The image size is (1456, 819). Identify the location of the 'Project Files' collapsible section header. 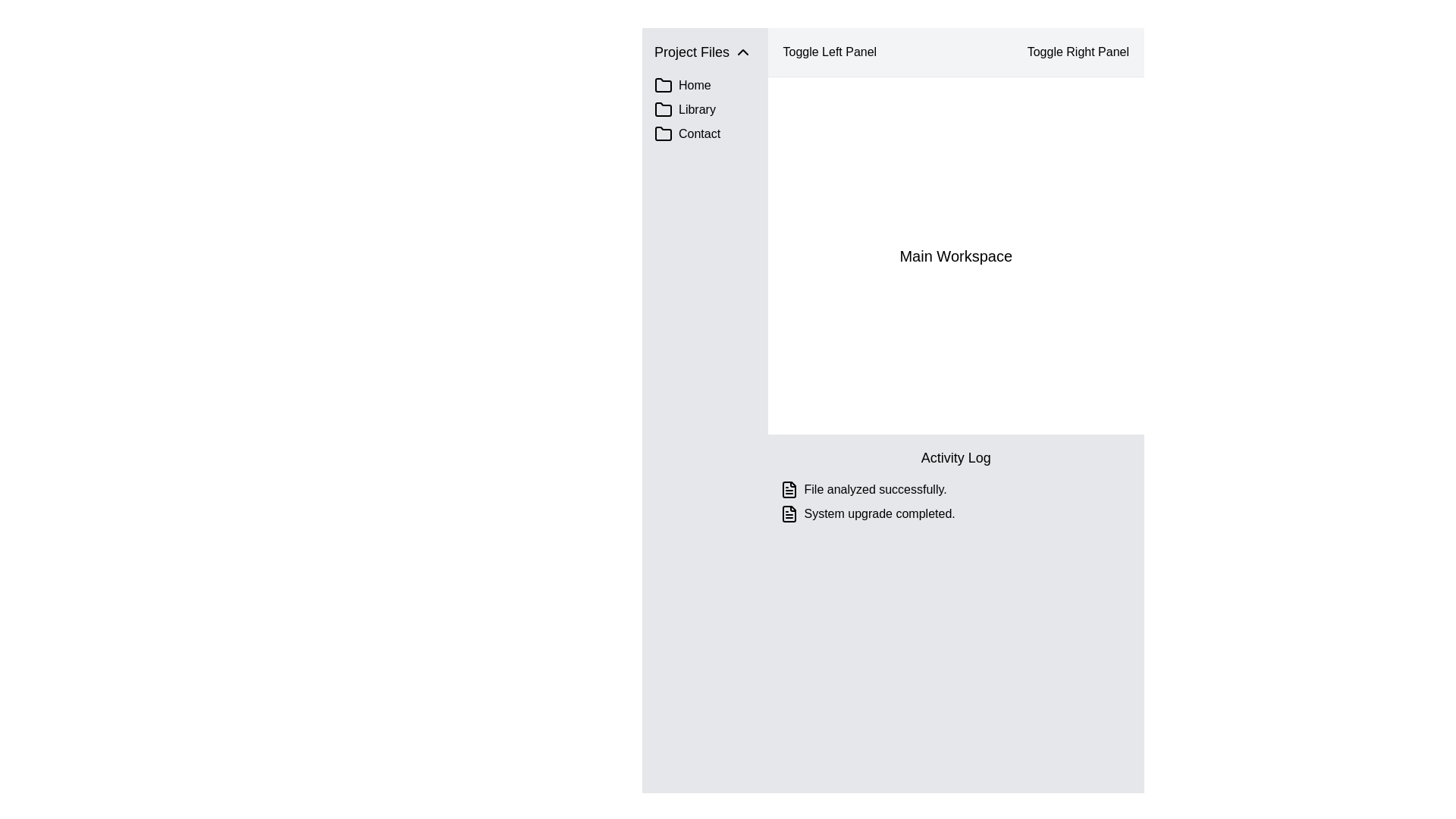
(704, 52).